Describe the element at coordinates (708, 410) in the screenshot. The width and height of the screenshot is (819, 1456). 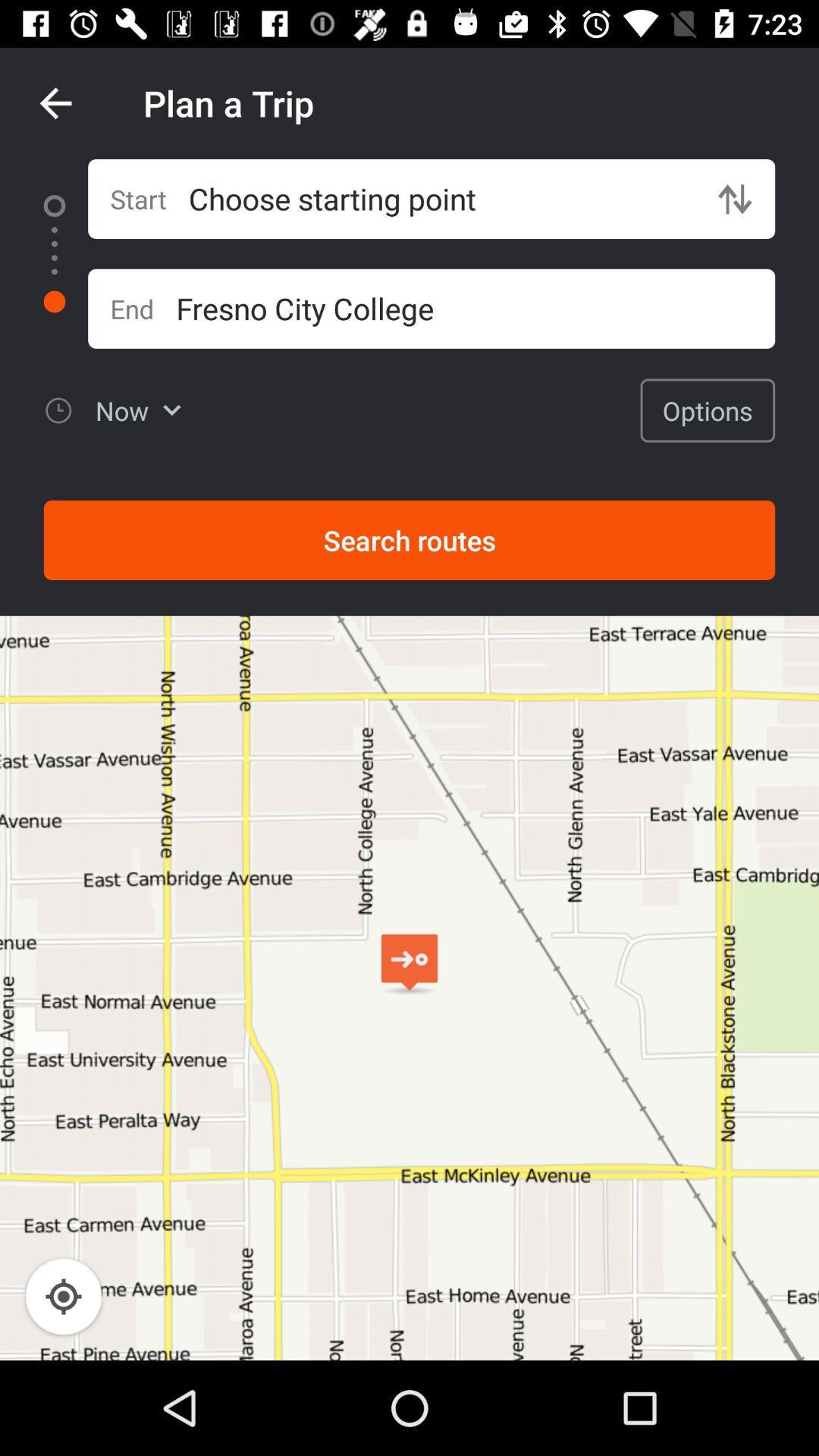
I see `item to the right of now icon` at that location.